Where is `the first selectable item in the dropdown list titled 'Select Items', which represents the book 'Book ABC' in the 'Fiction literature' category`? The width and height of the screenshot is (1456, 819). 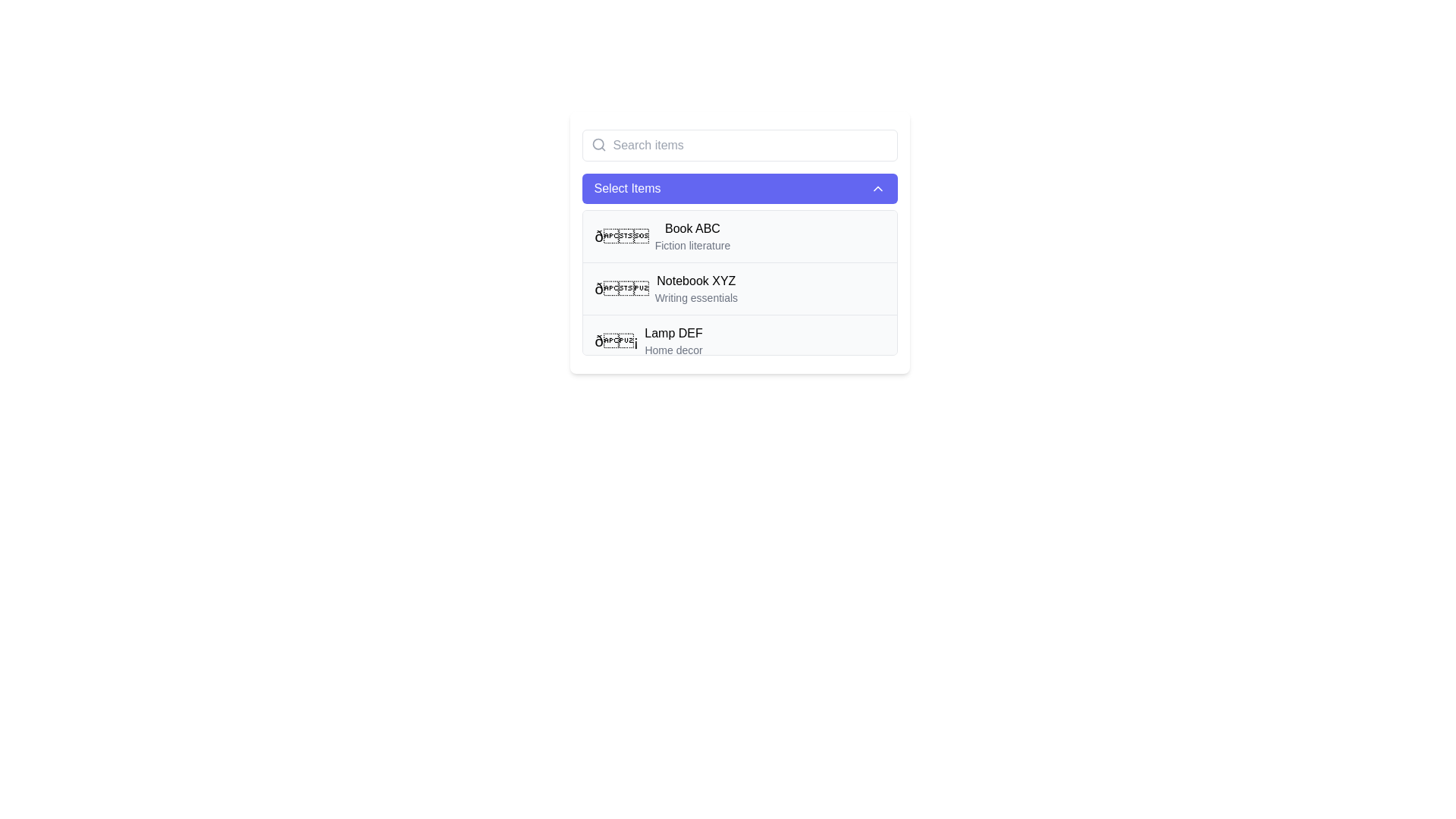
the first selectable item in the dropdown list titled 'Select Items', which represents the book 'Book ABC' in the 'Fiction literature' category is located at coordinates (662, 237).